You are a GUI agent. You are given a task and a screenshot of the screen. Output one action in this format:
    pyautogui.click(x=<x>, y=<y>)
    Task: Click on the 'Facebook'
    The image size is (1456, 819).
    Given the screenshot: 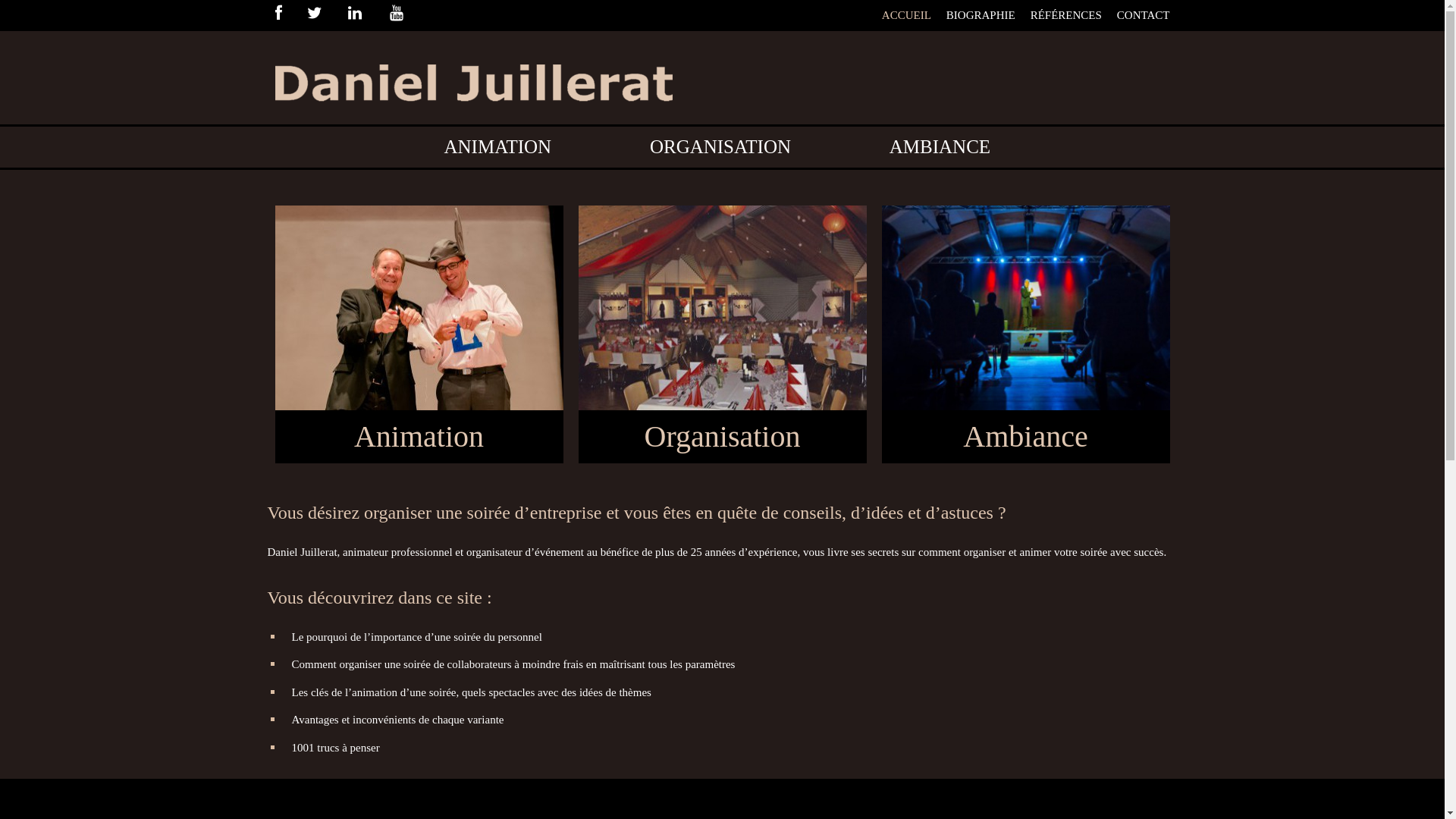 What is the action you would take?
    pyautogui.click(x=289, y=14)
    